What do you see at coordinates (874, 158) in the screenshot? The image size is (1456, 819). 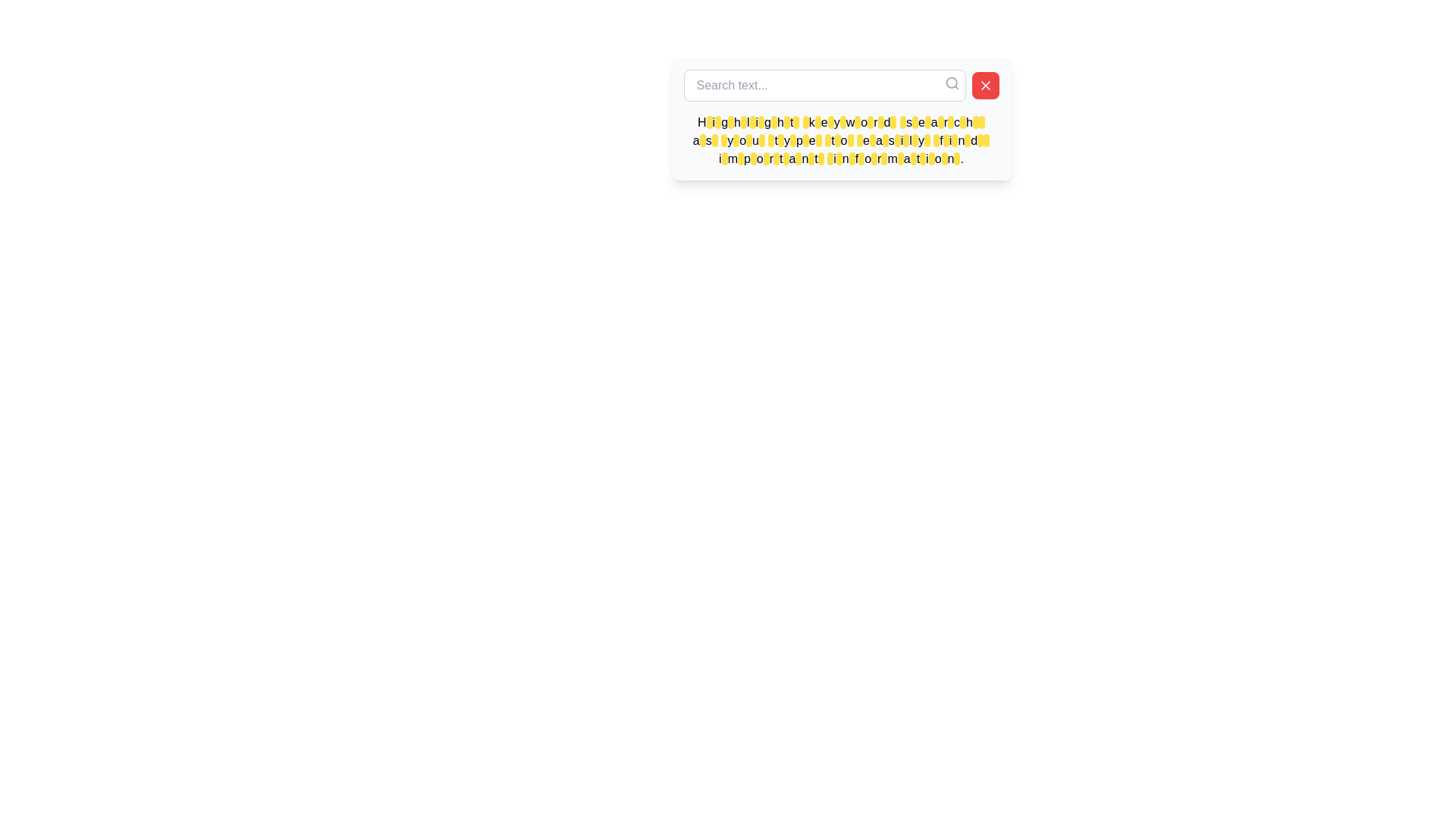 I see `the small rectangular text highlight with a yellow background and black text, located within the instructional text at the bottom of the card-like structure` at bounding box center [874, 158].